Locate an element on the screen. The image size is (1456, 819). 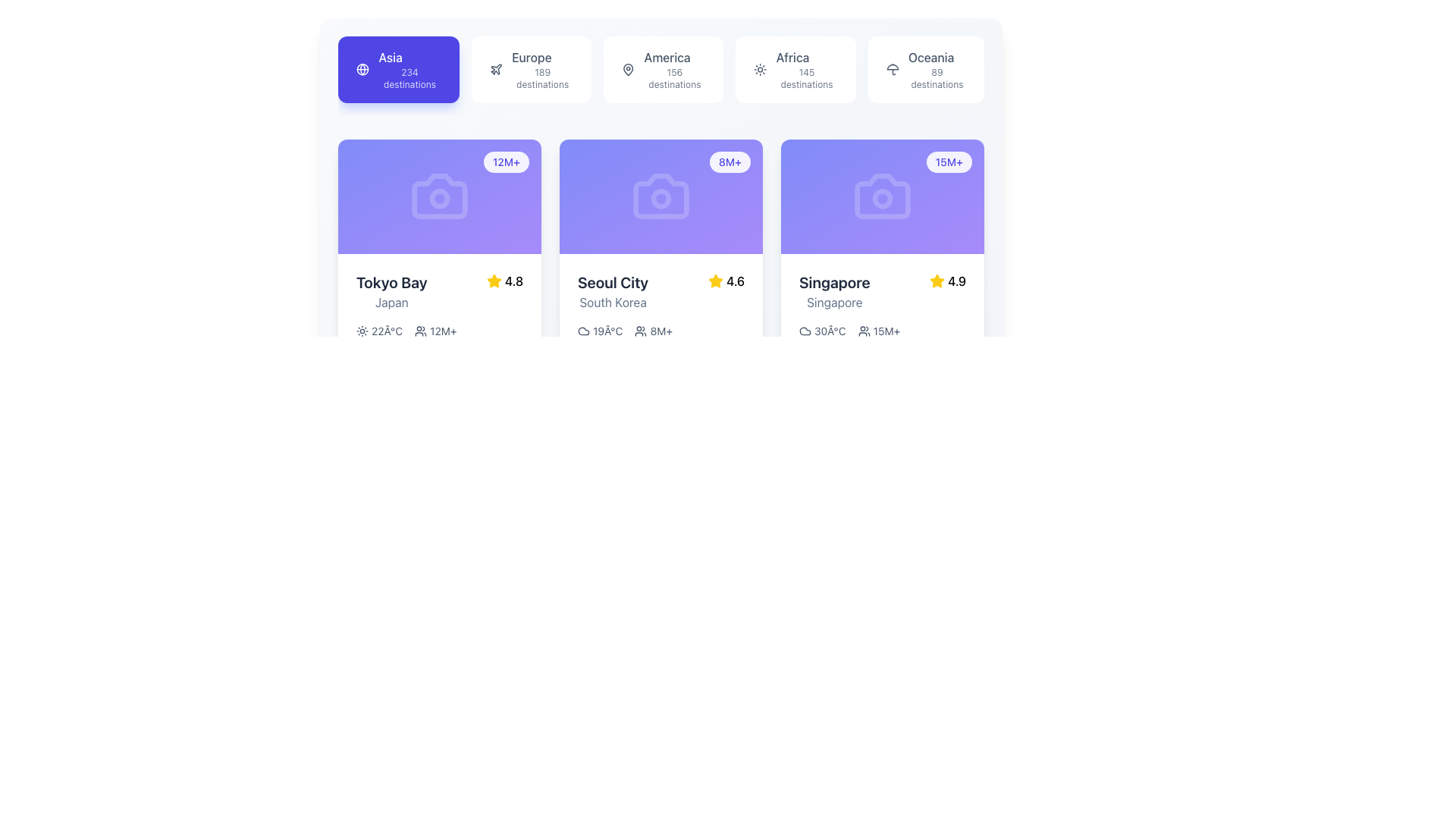
the small text component displaying '22Â°C' located in the weather information group of the Tokyo Bay card, positioned to the right of a sun icon is located at coordinates (387, 330).